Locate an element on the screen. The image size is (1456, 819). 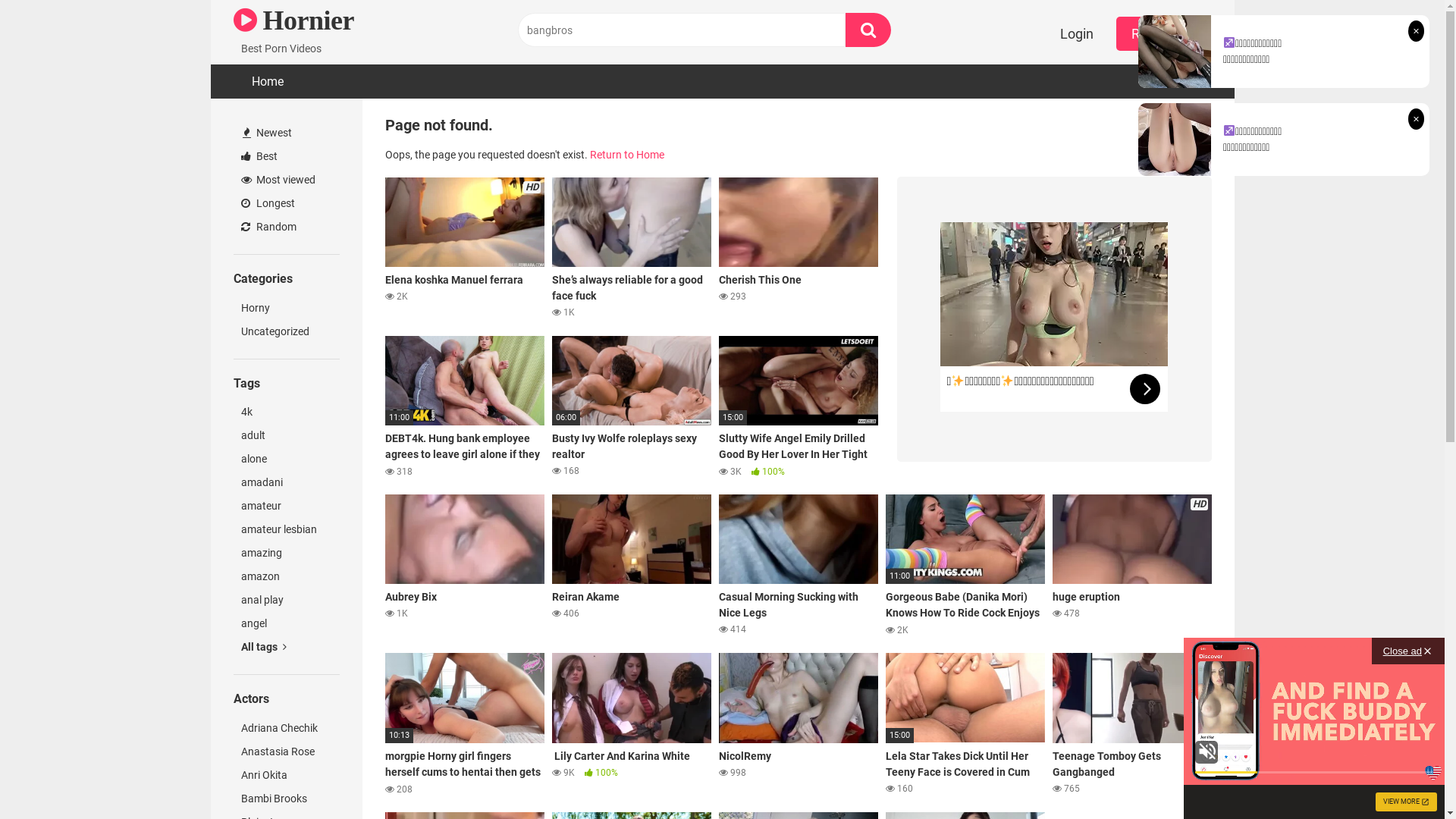
'amateur lesbian' is located at coordinates (287, 529).